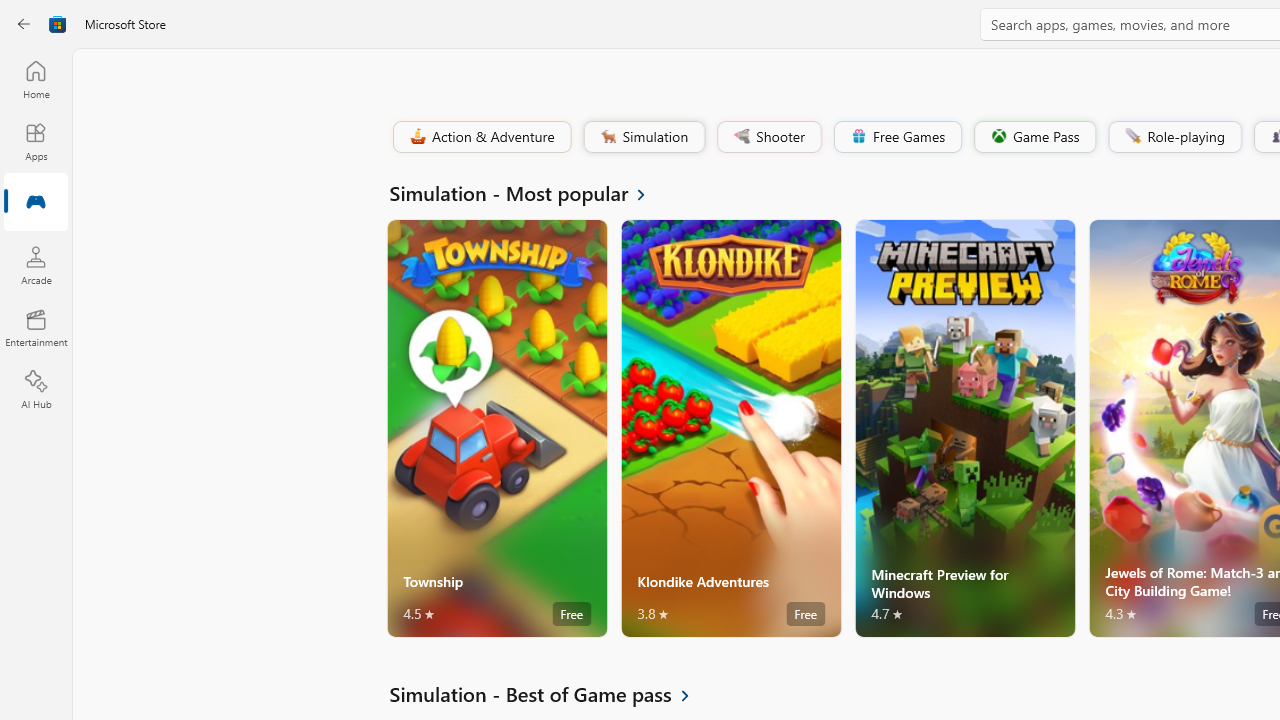  Describe the element at coordinates (24, 24) in the screenshot. I see `'Back'` at that location.